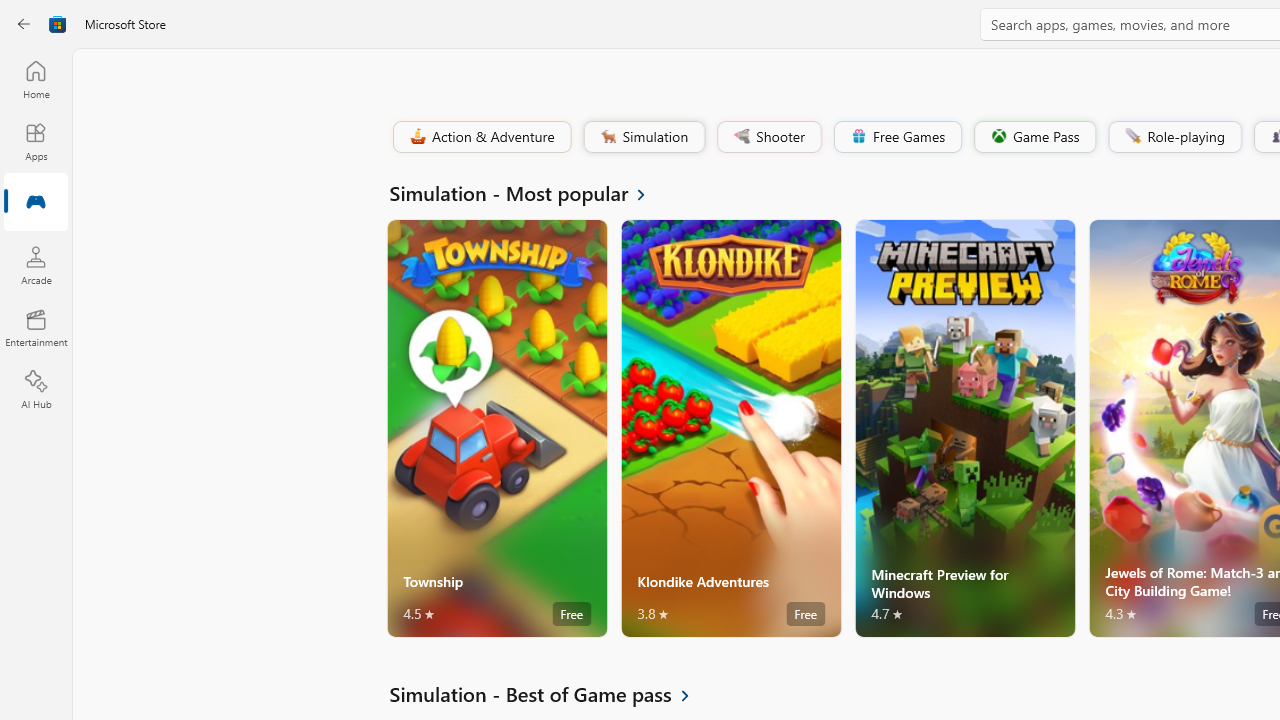  Describe the element at coordinates (24, 24) in the screenshot. I see `'Back'` at that location.